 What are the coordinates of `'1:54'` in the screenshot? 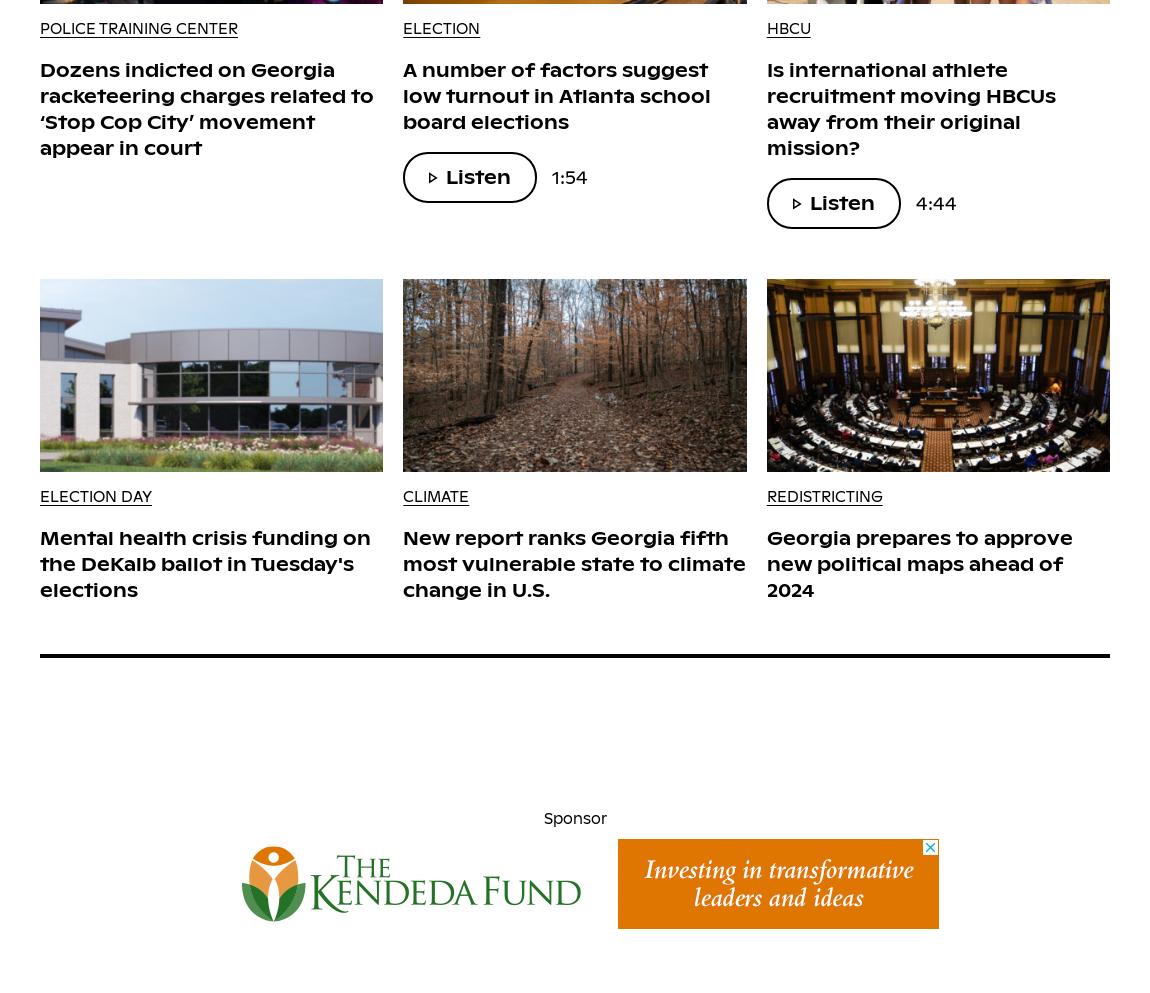 It's located at (570, 176).